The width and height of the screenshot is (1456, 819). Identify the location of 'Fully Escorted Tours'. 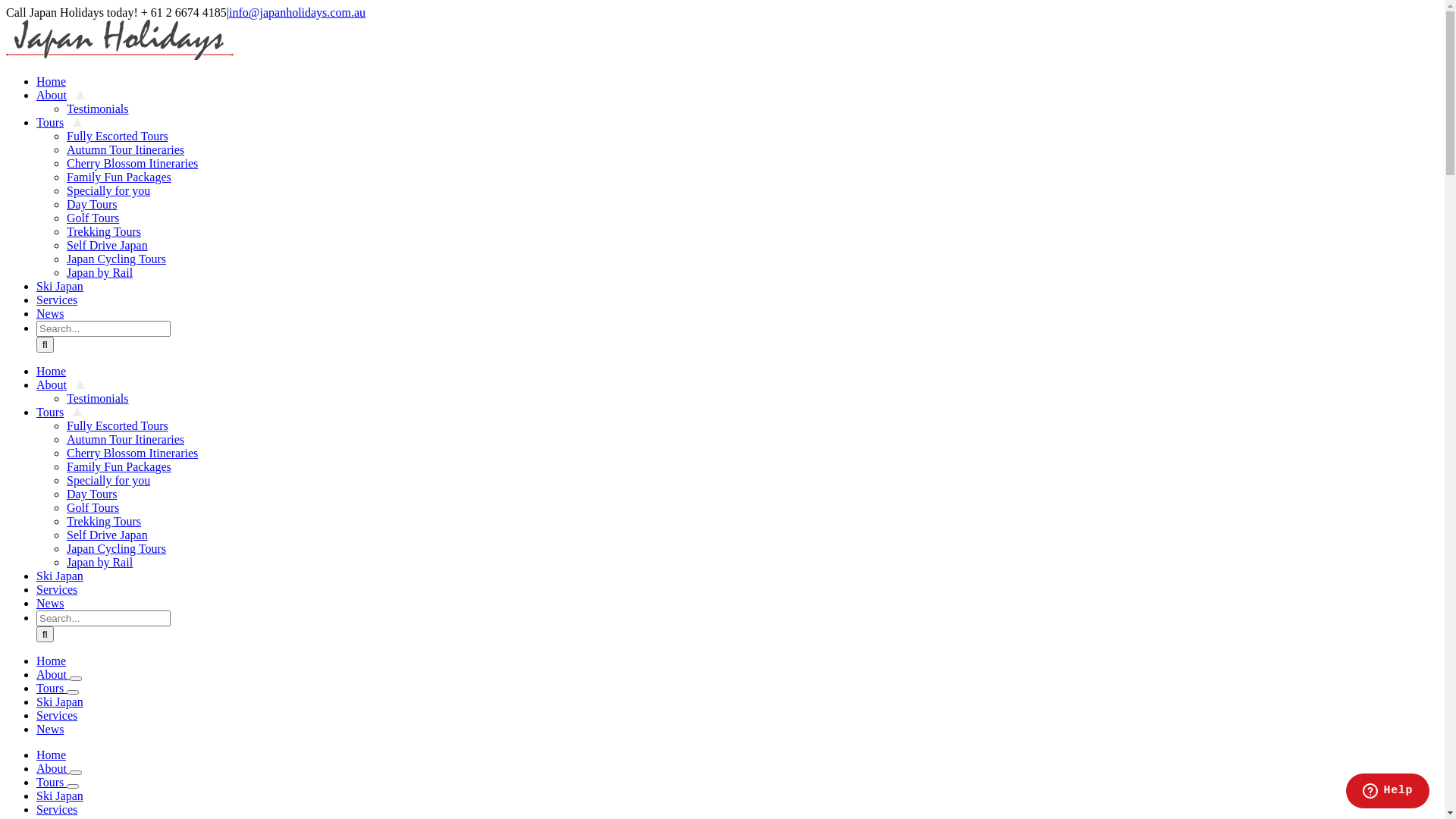
(116, 135).